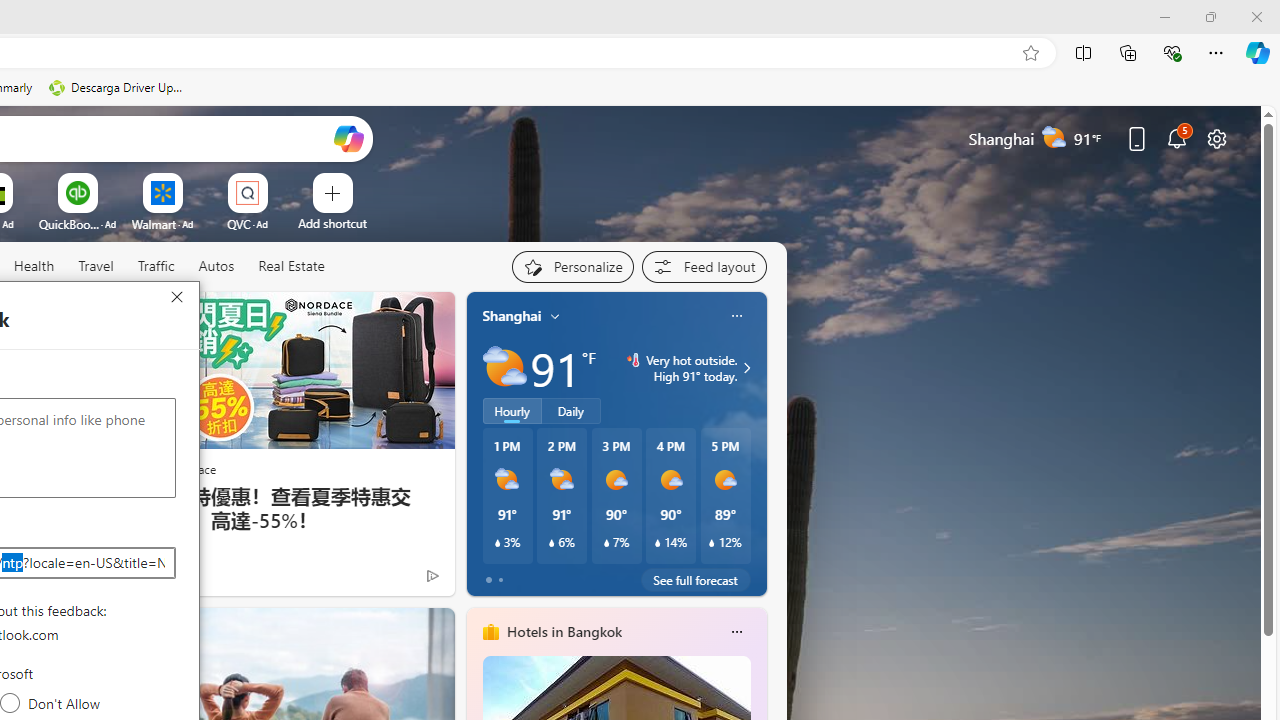 The height and width of the screenshot is (720, 1280). What do you see at coordinates (712, 543) in the screenshot?
I see `'Class: weather-current-precipitation-glyph'` at bounding box center [712, 543].